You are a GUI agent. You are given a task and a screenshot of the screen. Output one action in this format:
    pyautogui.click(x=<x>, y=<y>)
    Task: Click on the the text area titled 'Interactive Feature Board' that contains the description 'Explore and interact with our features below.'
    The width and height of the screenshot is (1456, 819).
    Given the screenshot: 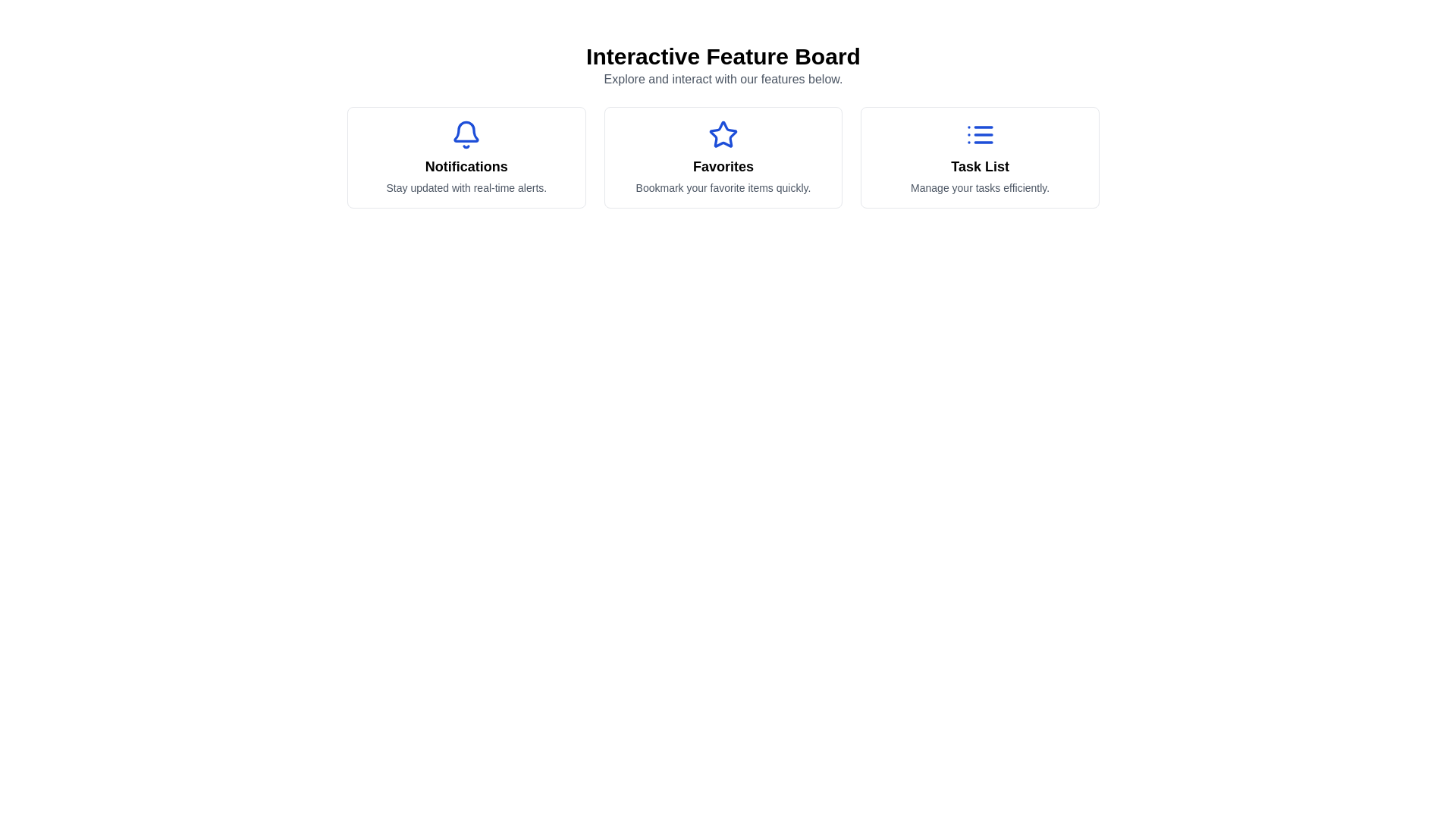 What is the action you would take?
    pyautogui.click(x=723, y=65)
    